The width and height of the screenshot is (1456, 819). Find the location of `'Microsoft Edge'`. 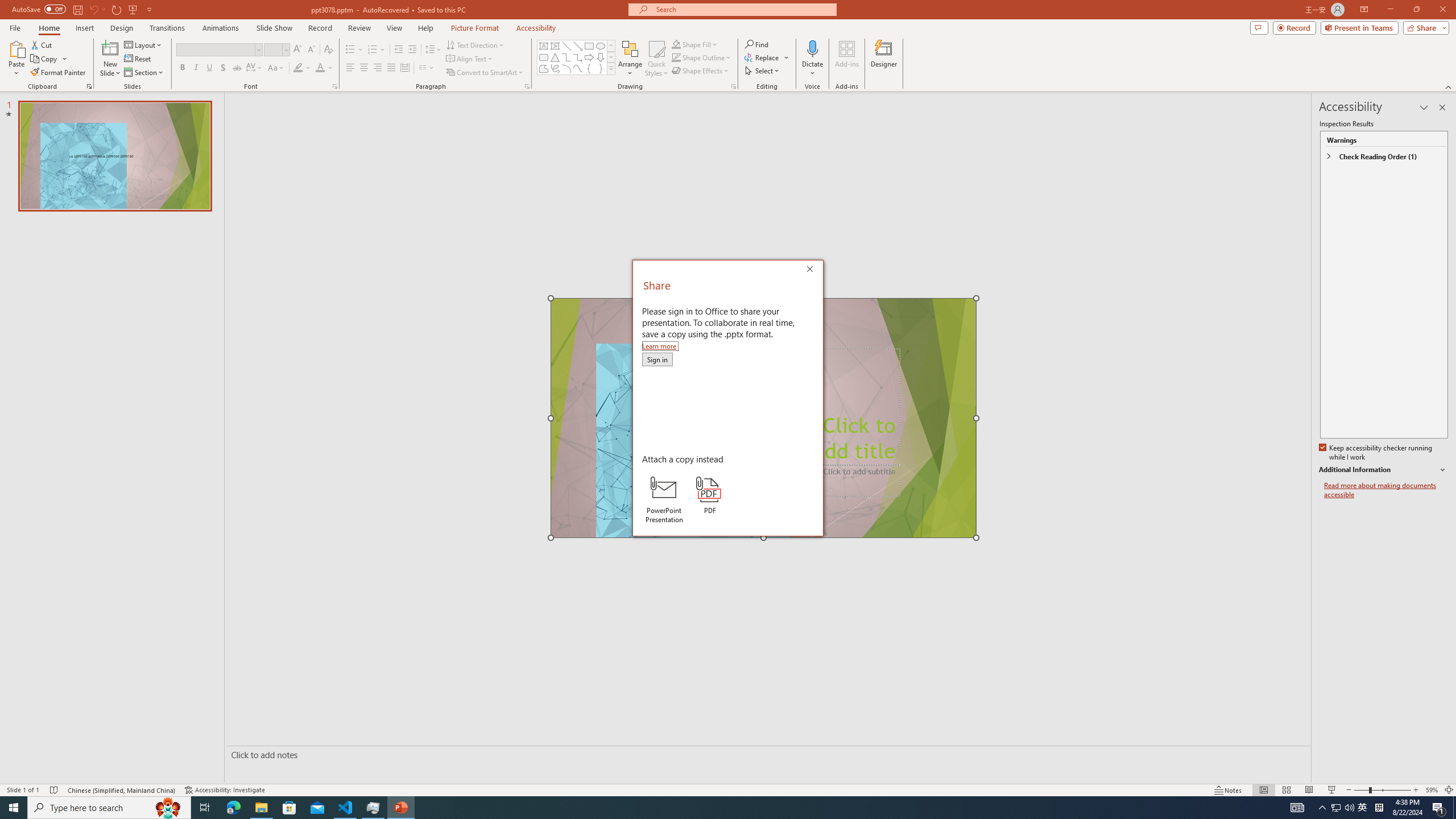

'Microsoft Edge' is located at coordinates (233, 806).